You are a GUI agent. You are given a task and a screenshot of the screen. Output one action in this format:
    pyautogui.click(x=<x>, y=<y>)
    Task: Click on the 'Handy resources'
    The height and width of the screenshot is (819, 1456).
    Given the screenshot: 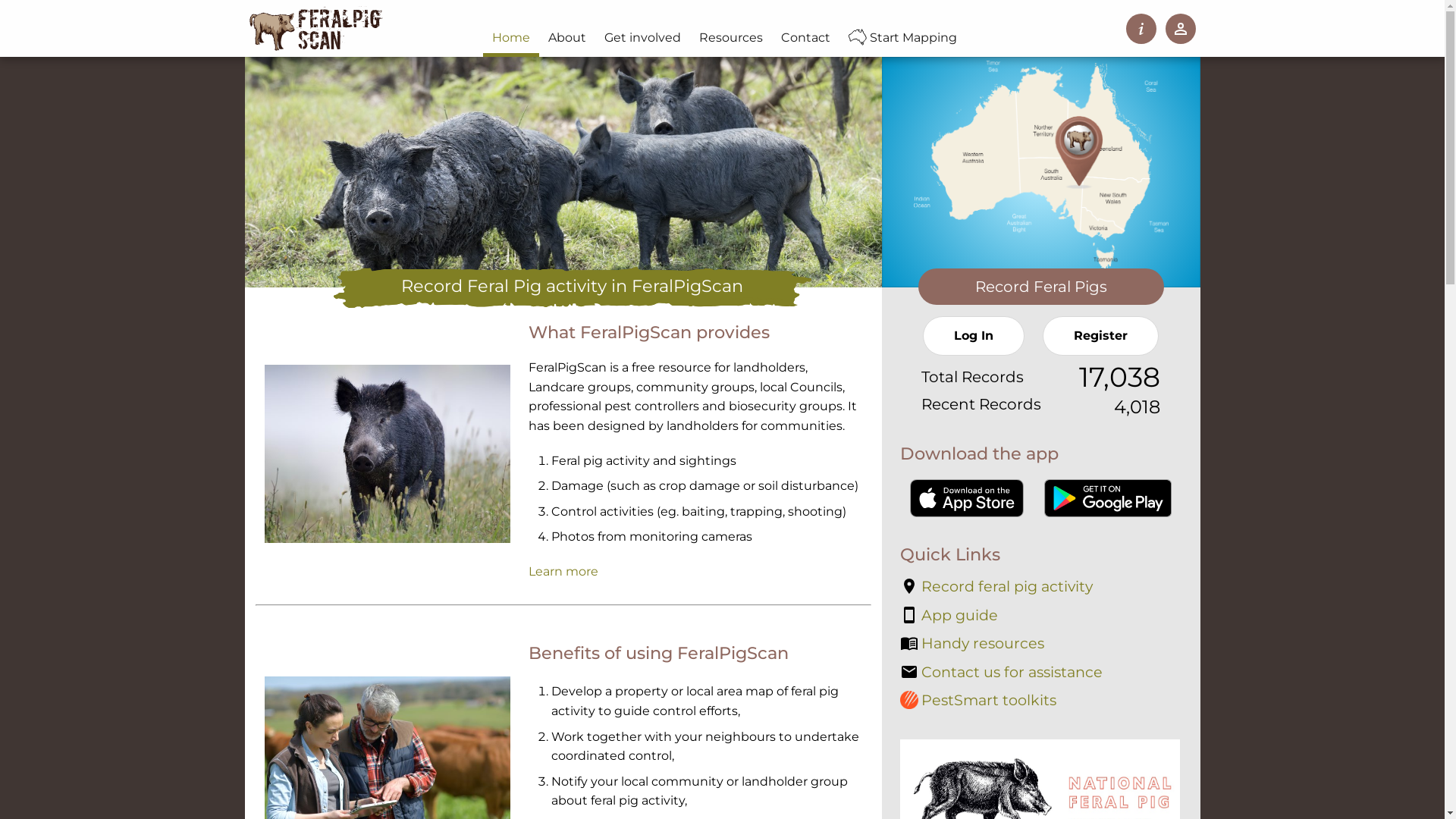 What is the action you would take?
    pyautogui.click(x=899, y=643)
    